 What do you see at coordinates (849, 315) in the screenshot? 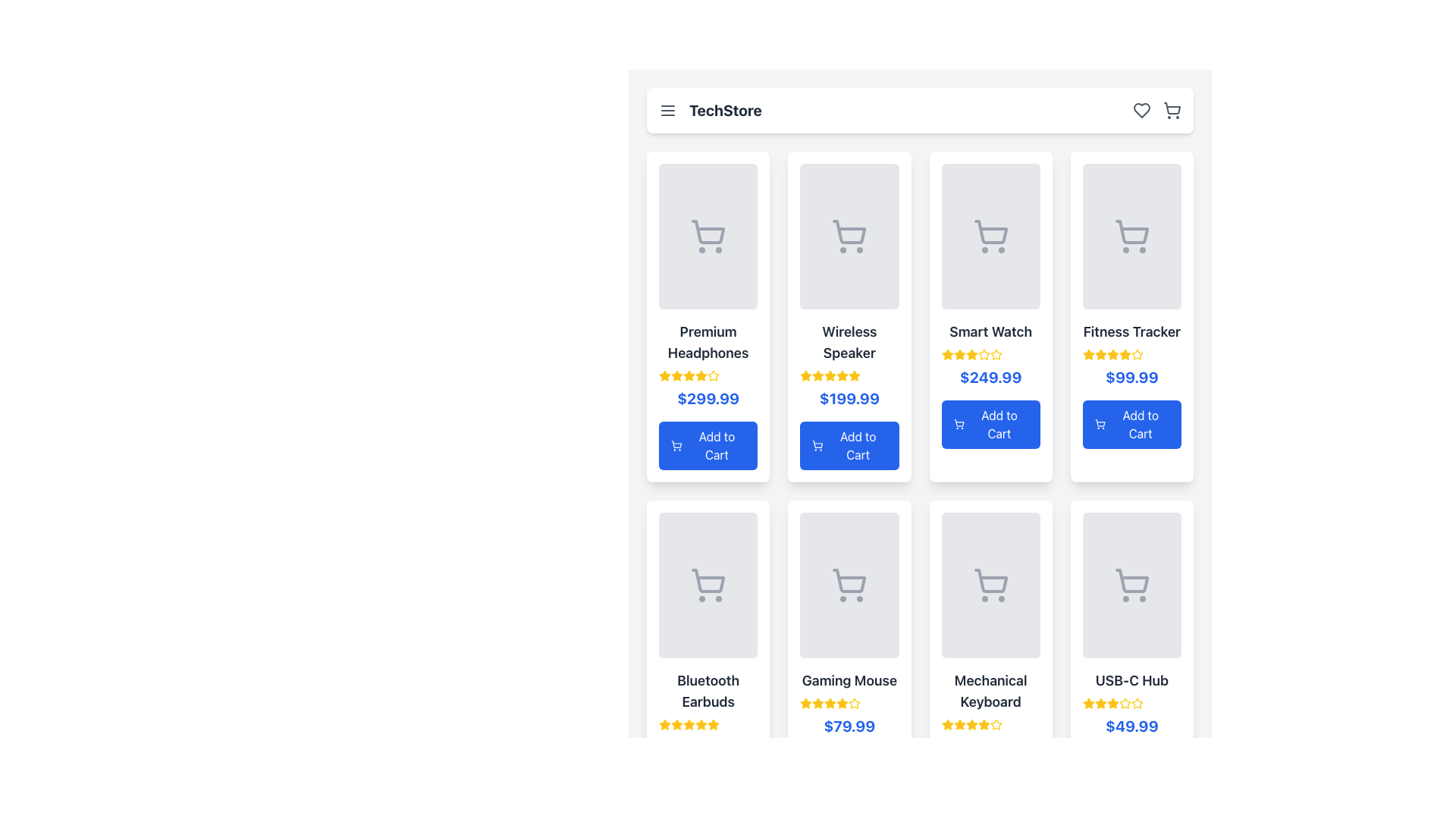
I see `product details of the 'Wireless Speaker' card, which includes a gray image placeholder, a bold product name, a star rating with yellow stars, a price in bright blue text, and an 'Add to Cart' button` at bounding box center [849, 315].